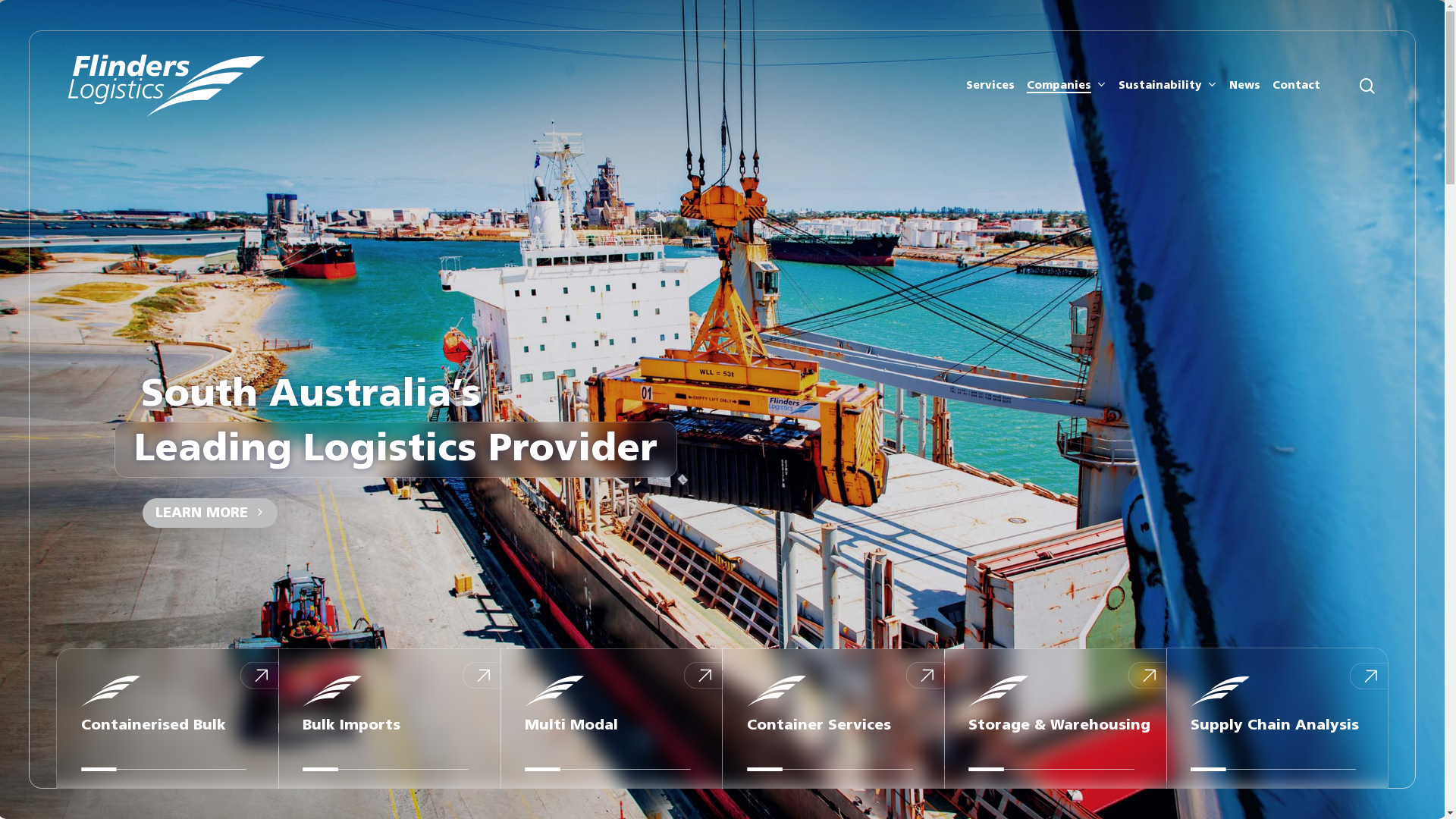 This screenshot has height=819, width=1456. I want to click on 'LEARN MORE', so click(206, 511).